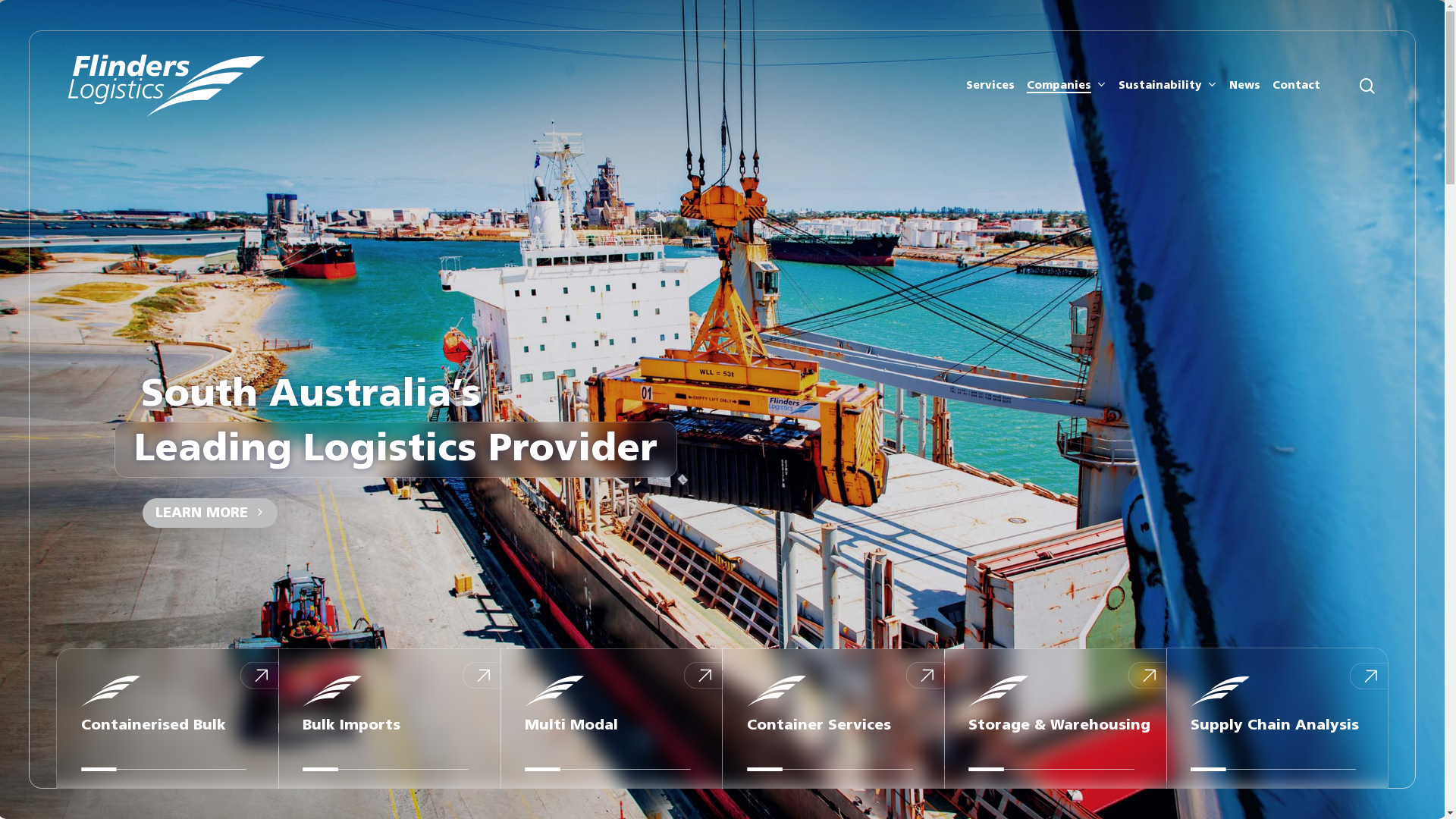 This screenshot has height=819, width=1456. I want to click on 'LEARN MORE', so click(206, 511).